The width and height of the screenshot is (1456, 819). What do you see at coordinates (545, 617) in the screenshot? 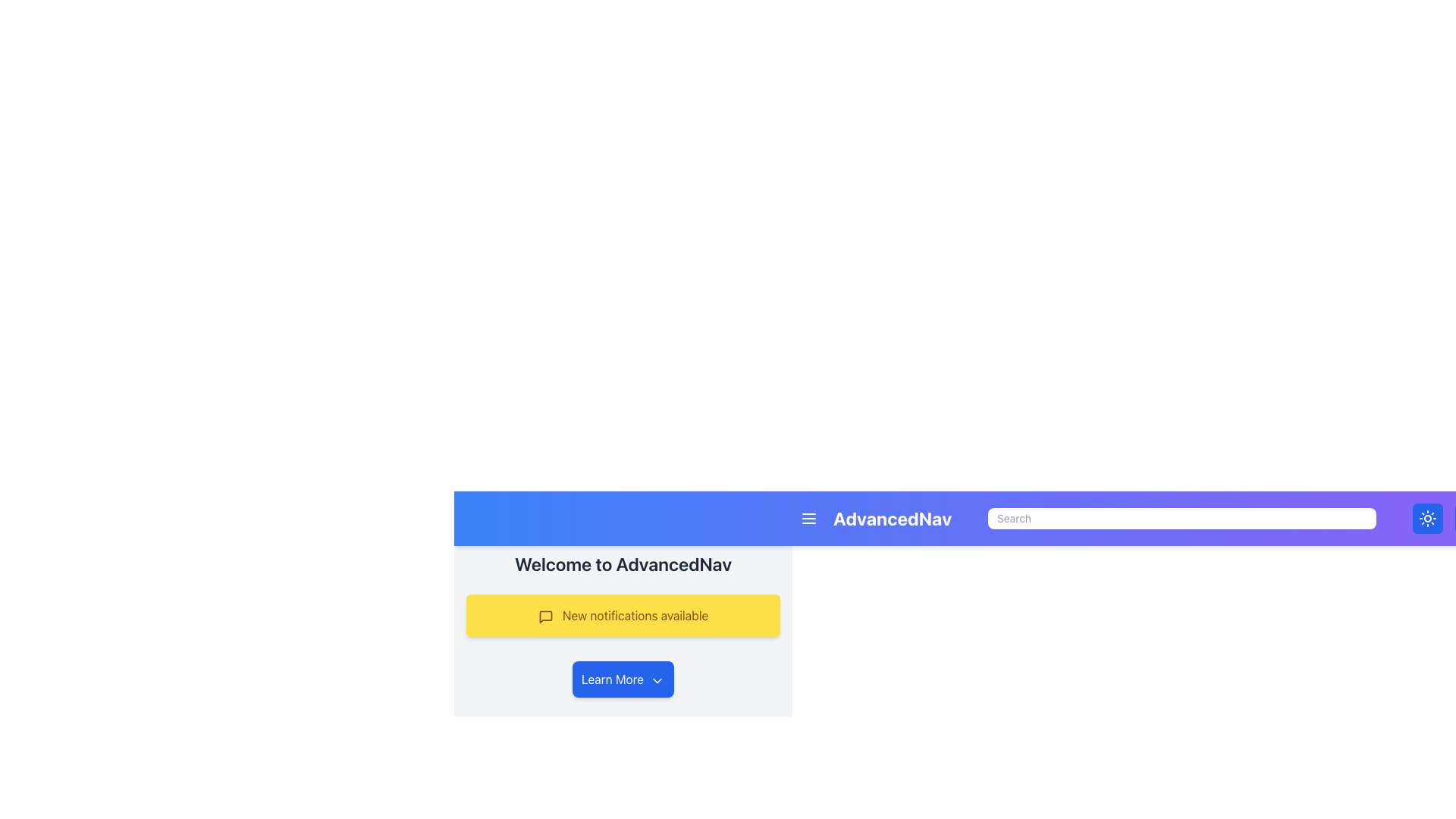
I see `the notification icon located on the yellow notification bar next to the text 'New notifications available'` at bounding box center [545, 617].